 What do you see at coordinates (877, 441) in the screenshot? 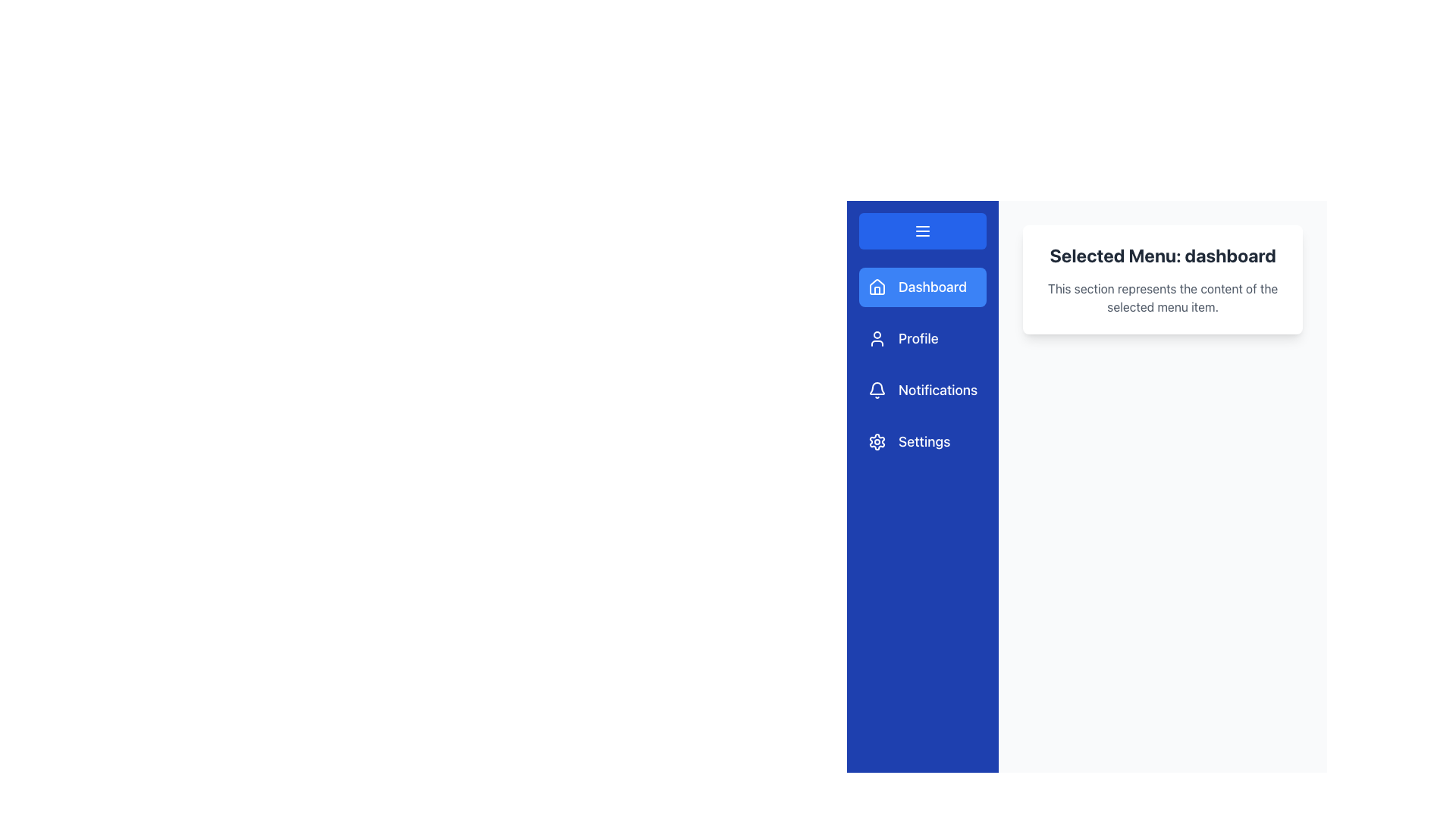
I see `the 'Settings' icon located in the vertical navigation menu on the bottom right of the blue sidebar, which indicates configuration options` at bounding box center [877, 441].